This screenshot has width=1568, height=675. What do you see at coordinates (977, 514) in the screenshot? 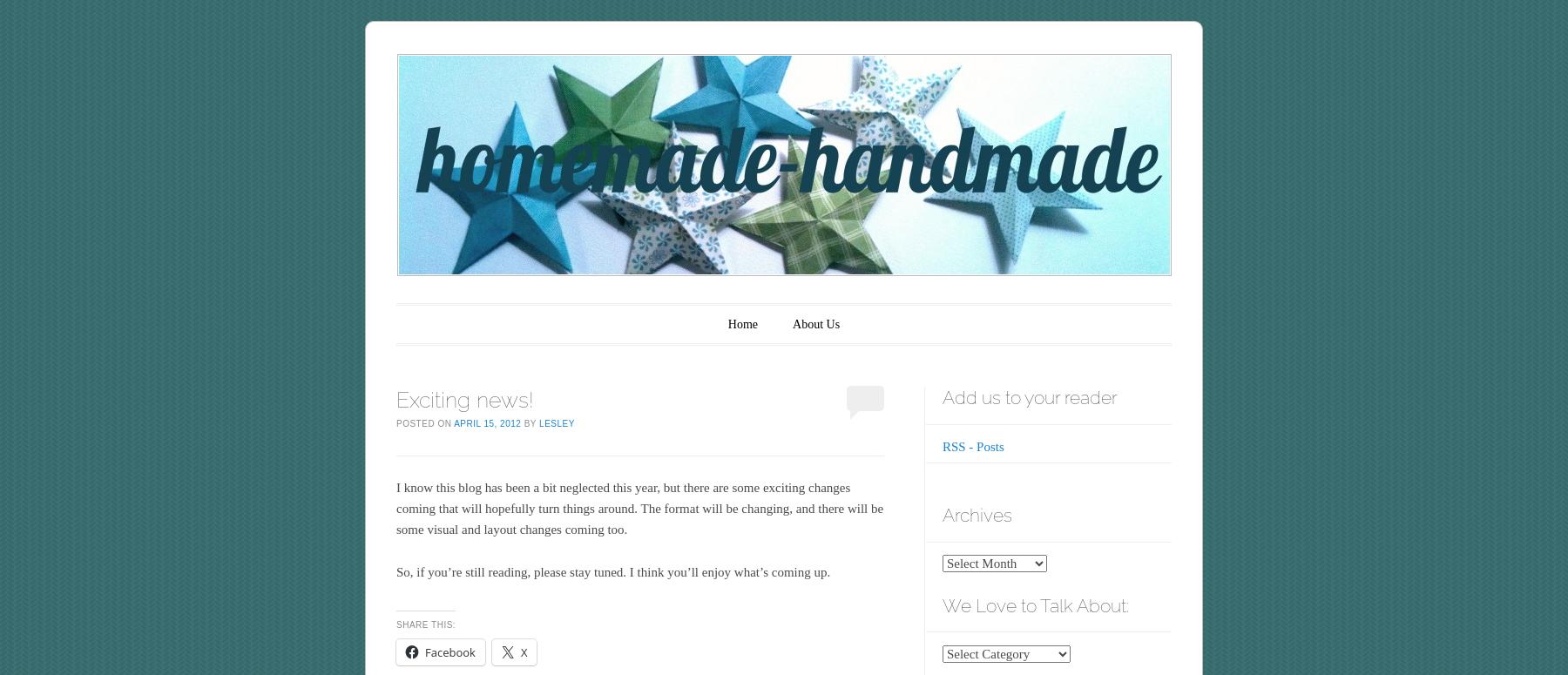
I see `'Archives'` at bounding box center [977, 514].